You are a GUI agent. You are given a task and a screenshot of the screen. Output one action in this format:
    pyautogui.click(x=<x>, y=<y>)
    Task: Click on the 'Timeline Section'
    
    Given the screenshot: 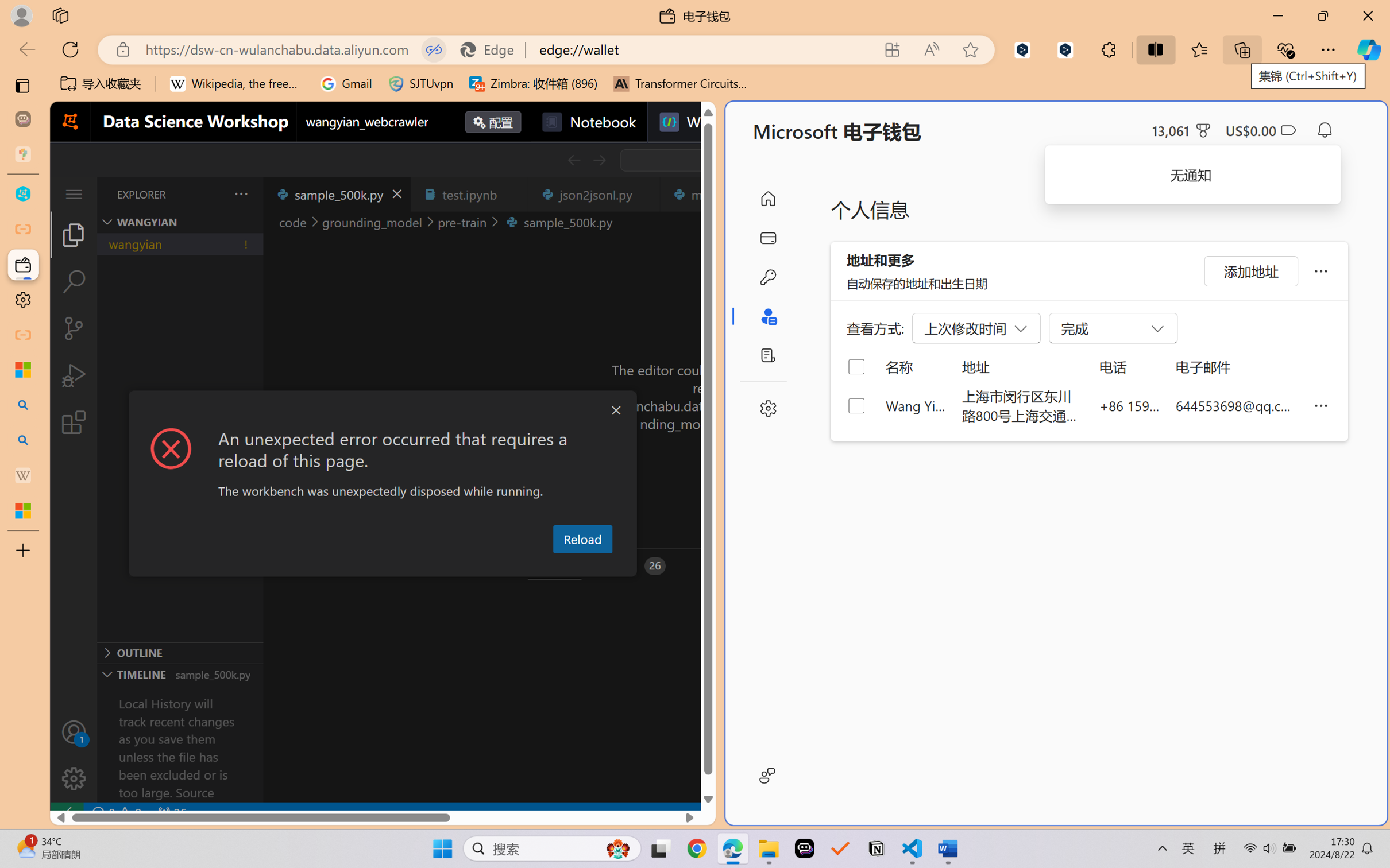 What is the action you would take?
    pyautogui.click(x=180, y=674)
    